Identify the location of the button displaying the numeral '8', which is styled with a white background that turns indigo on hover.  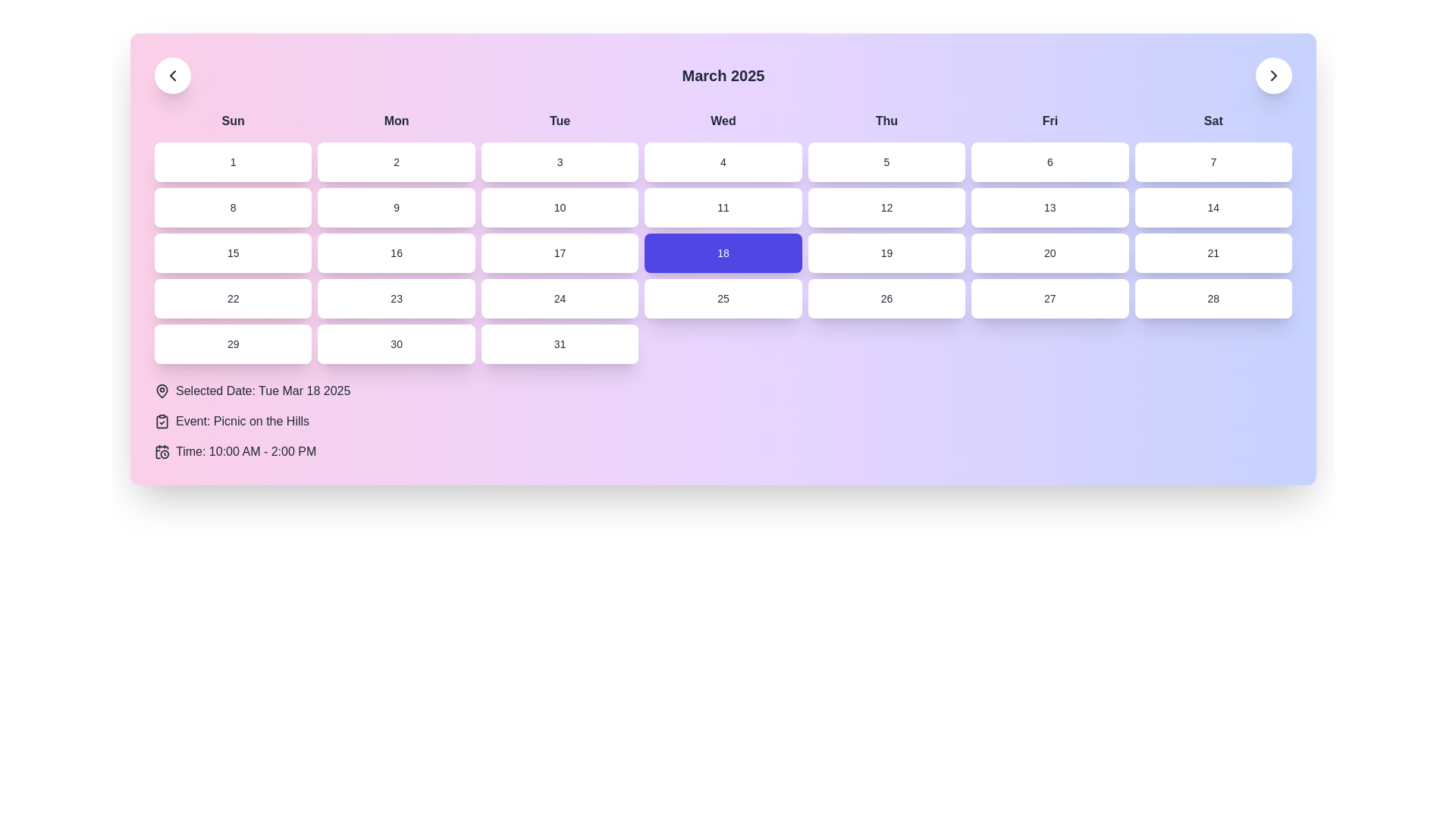
(232, 207).